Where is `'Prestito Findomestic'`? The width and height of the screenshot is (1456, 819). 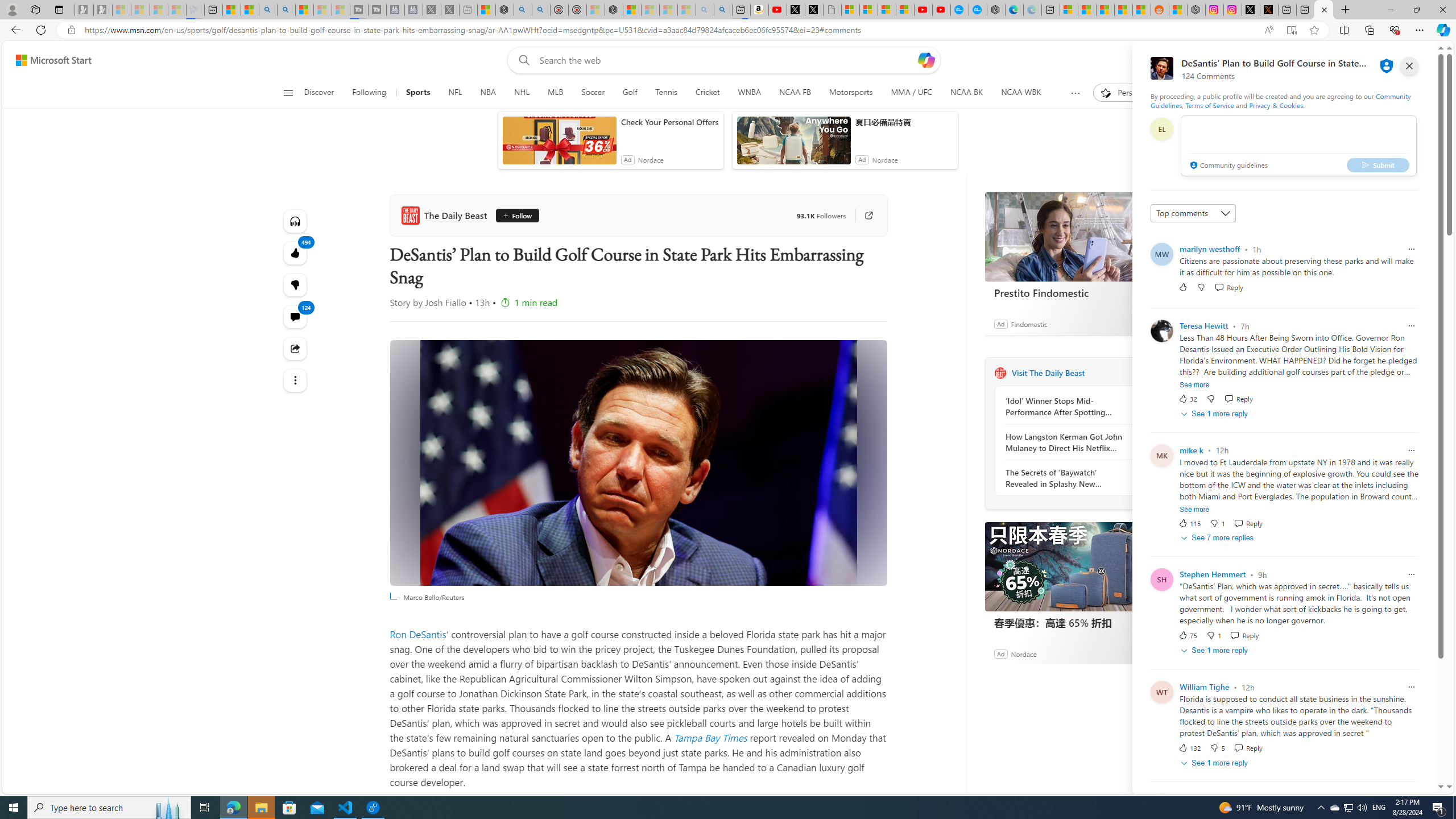 'Prestito Findomestic' is located at coordinates (1069, 236).